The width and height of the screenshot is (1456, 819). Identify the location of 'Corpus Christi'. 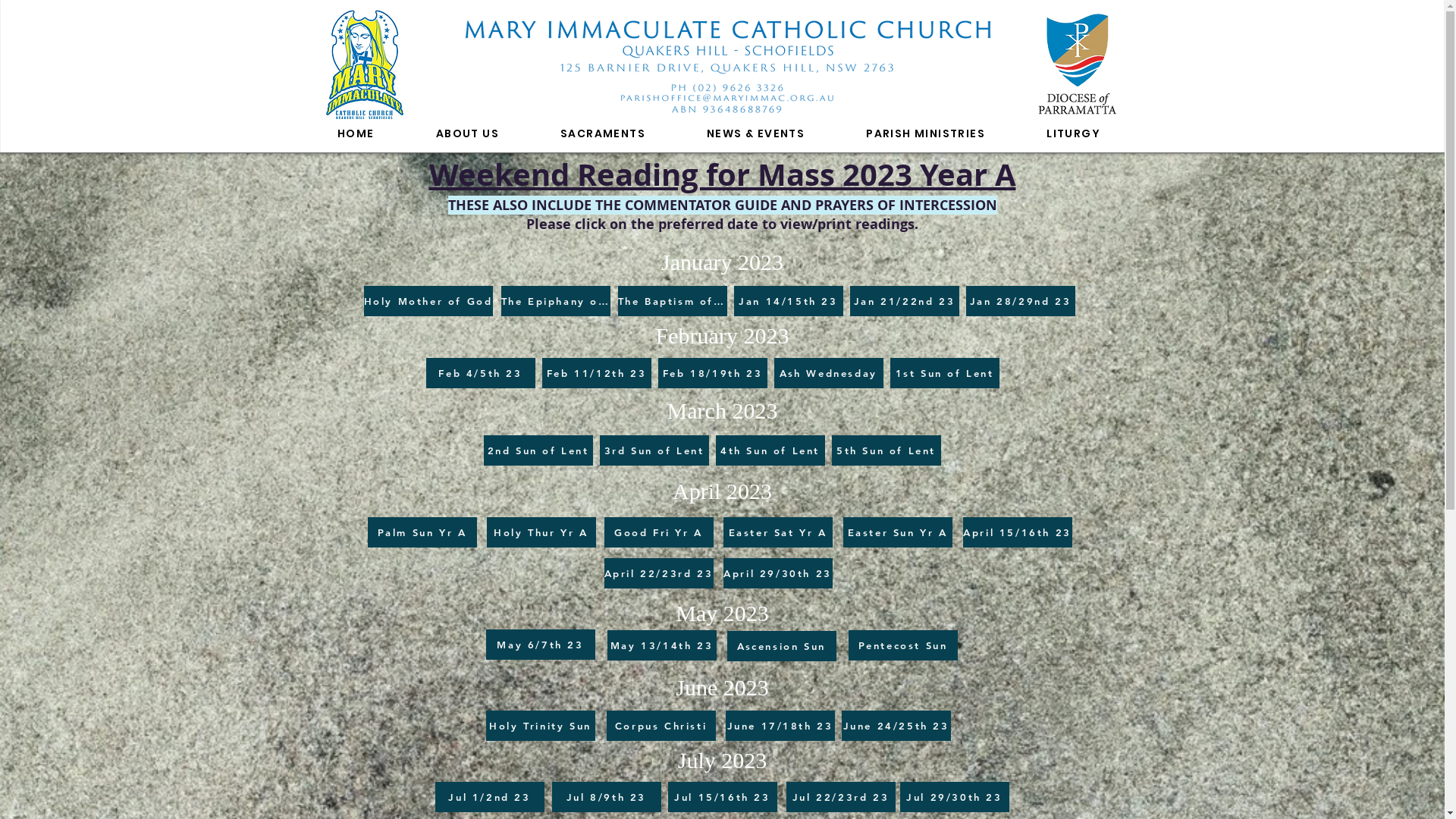
(661, 724).